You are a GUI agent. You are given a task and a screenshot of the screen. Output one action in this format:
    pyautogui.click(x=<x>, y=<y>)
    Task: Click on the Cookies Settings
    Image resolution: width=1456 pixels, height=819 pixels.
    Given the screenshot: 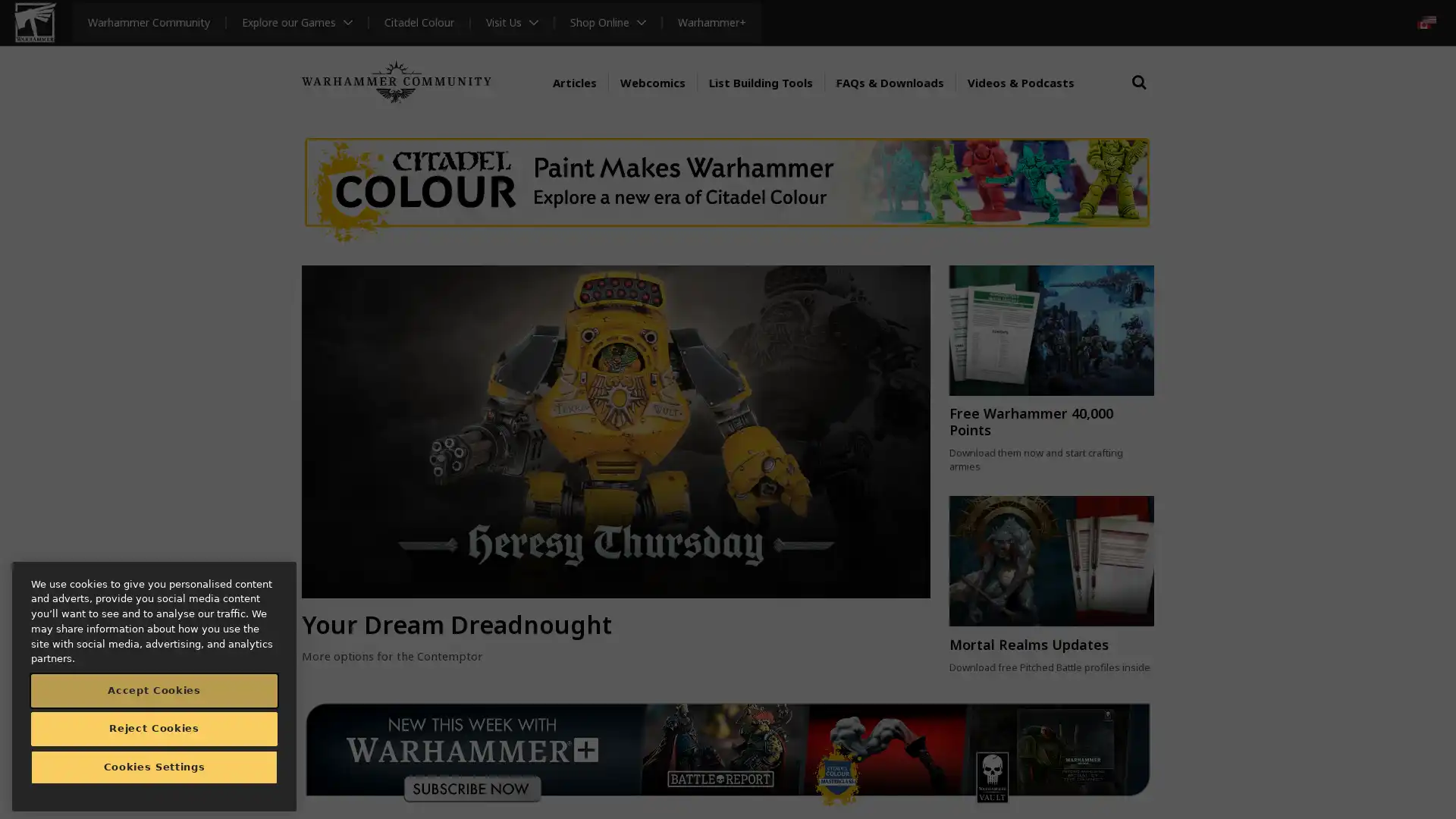 What is the action you would take?
    pyautogui.click(x=154, y=767)
    